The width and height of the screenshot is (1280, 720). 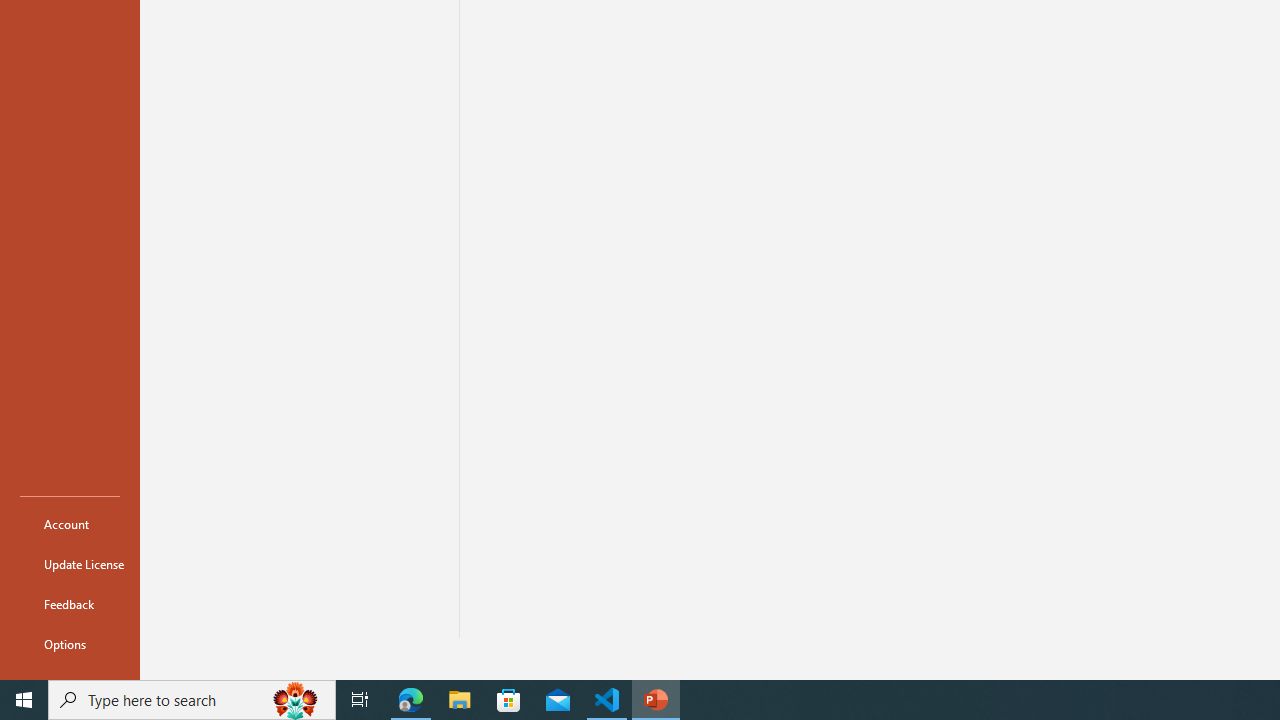 I want to click on 'Account', so click(x=69, y=523).